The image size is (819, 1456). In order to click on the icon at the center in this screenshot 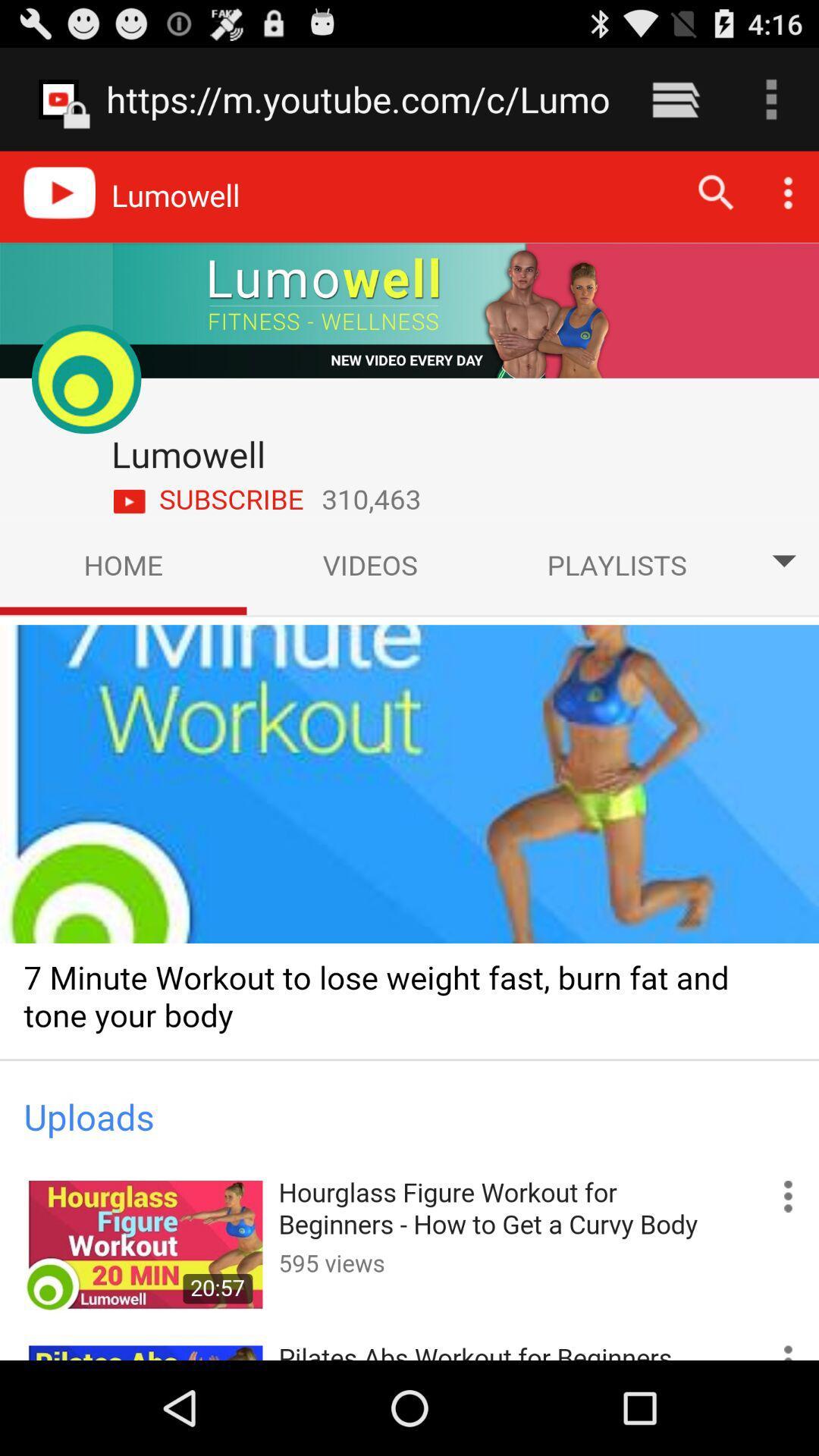, I will do `click(409, 755)`.